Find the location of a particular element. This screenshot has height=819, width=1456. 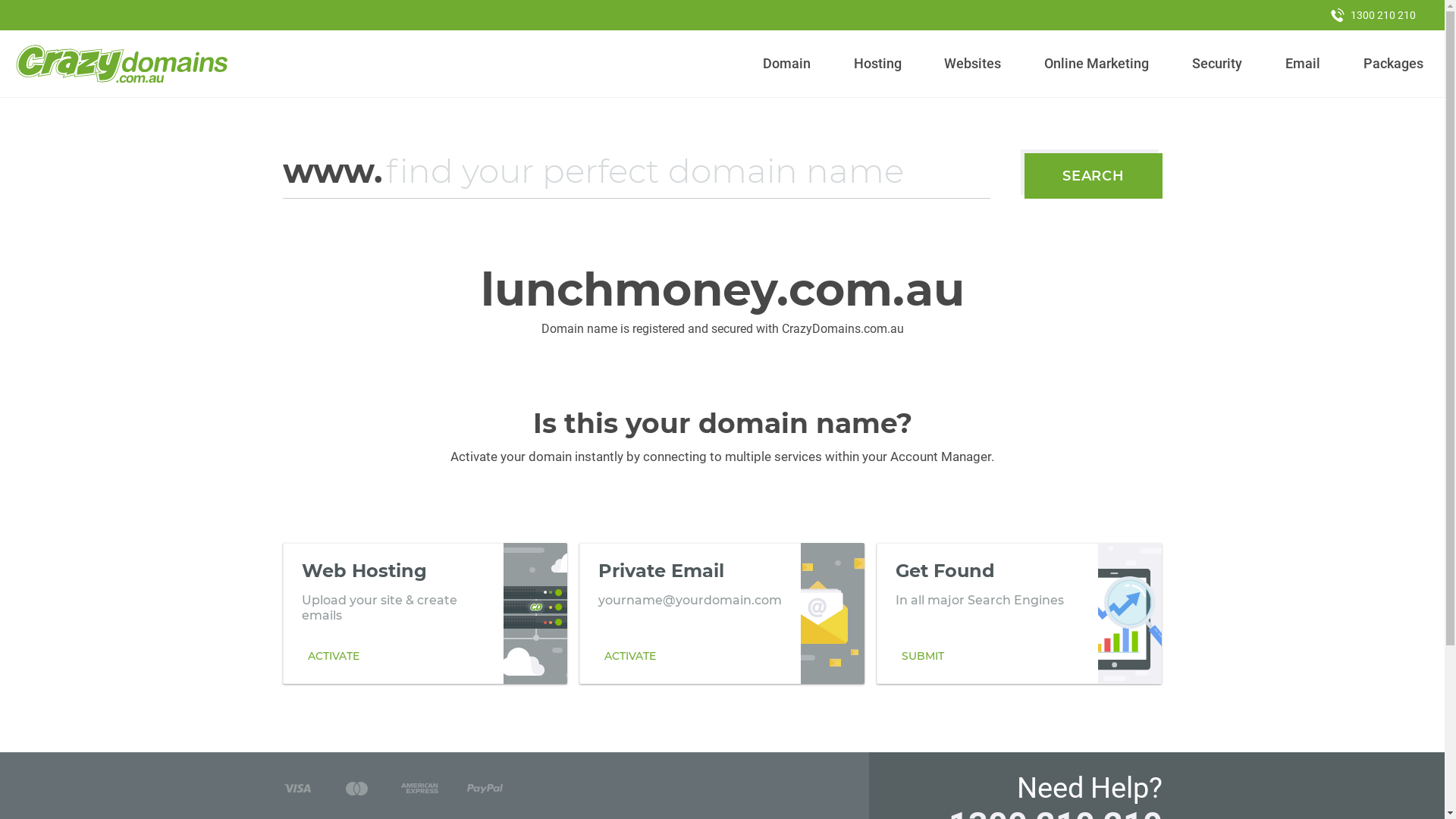

'Private Email is located at coordinates (720, 613).